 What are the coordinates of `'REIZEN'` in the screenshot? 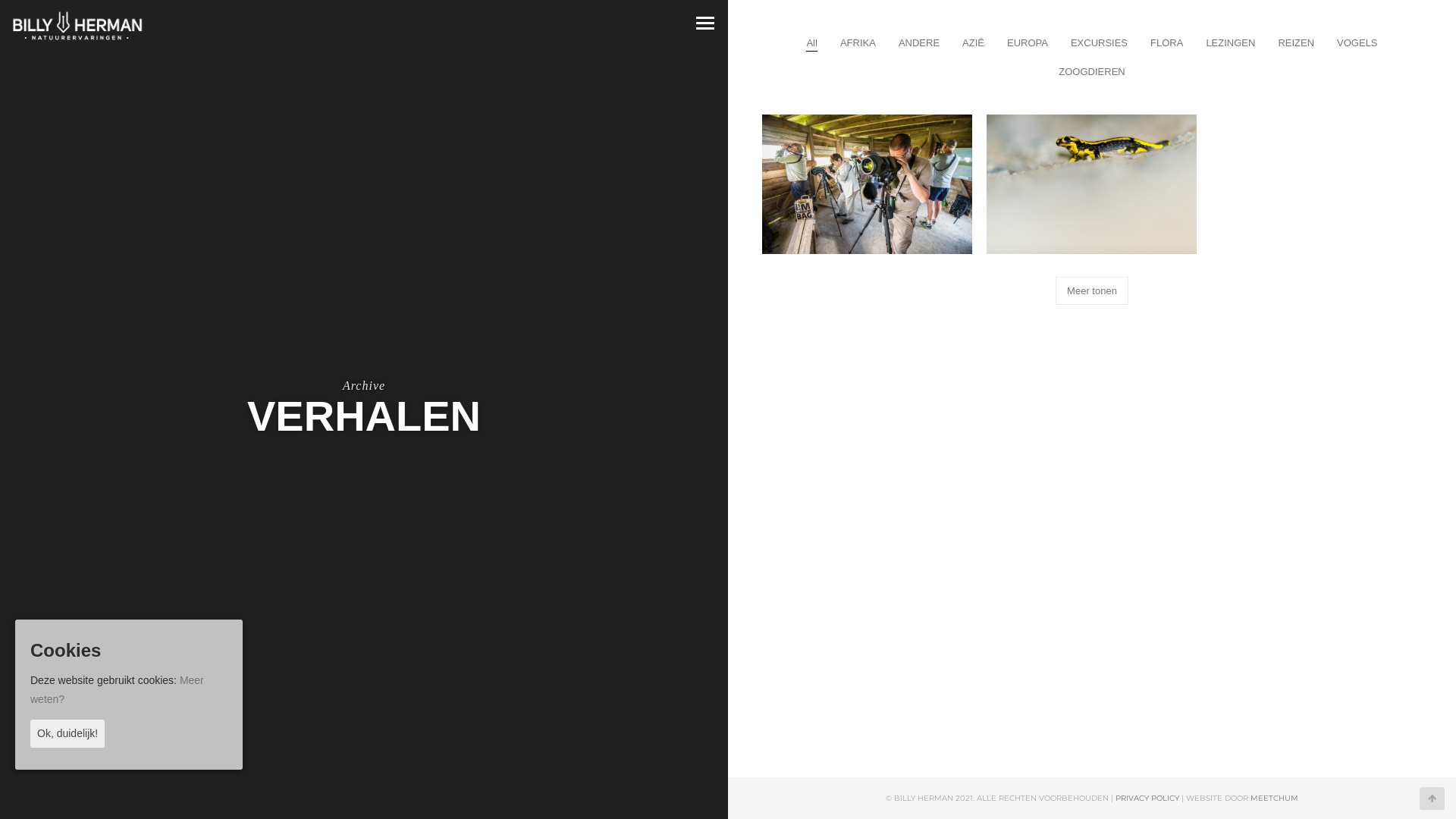 It's located at (1294, 42).